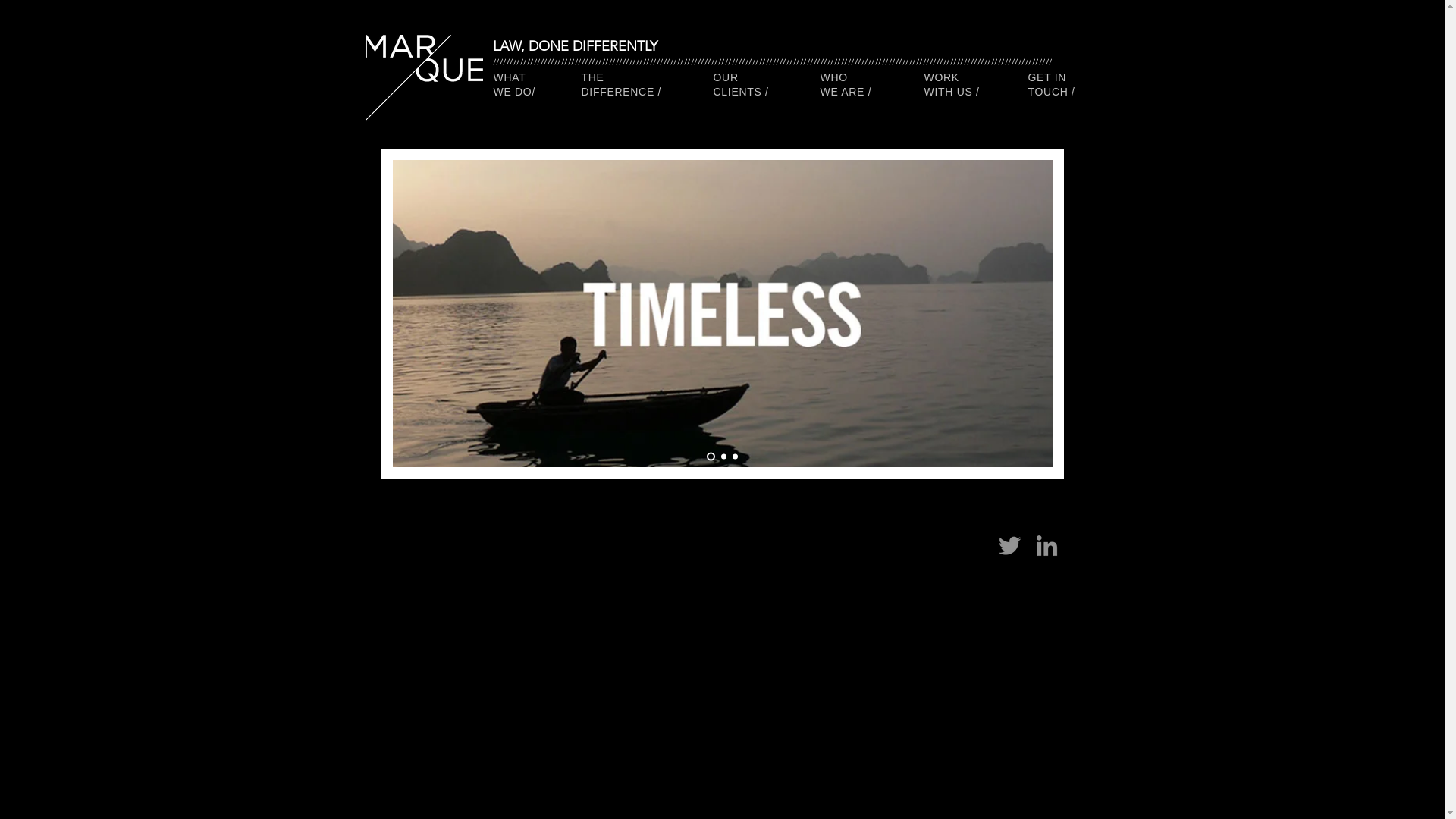 The height and width of the screenshot is (819, 1456). Describe the element at coordinates (740, 84) in the screenshot. I see `'OUR` at that location.